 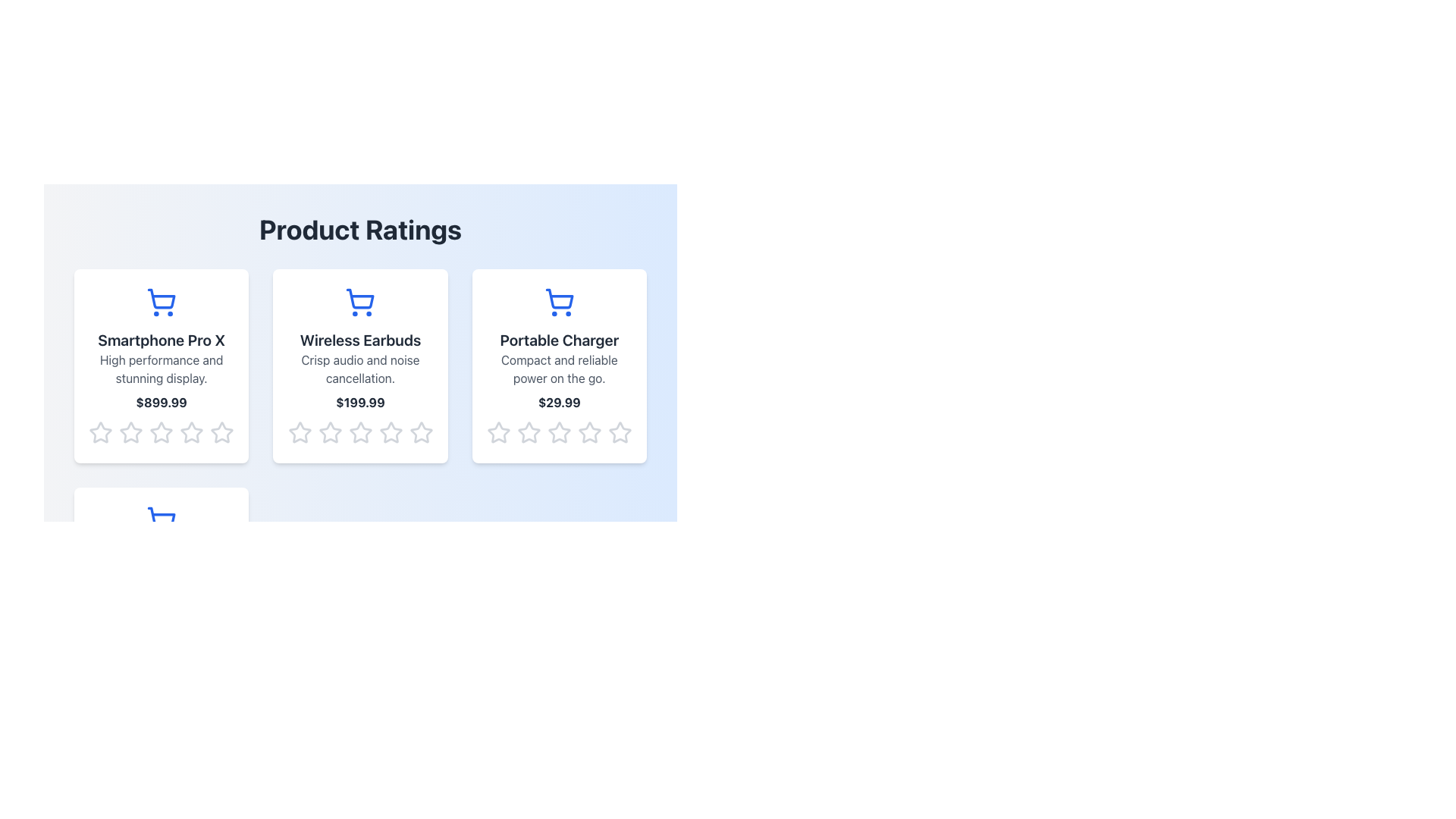 What do you see at coordinates (100, 432) in the screenshot?
I see `the first star-shaped rating icon in the rating component located beneath the product description for the Smartphone Pro X` at bounding box center [100, 432].